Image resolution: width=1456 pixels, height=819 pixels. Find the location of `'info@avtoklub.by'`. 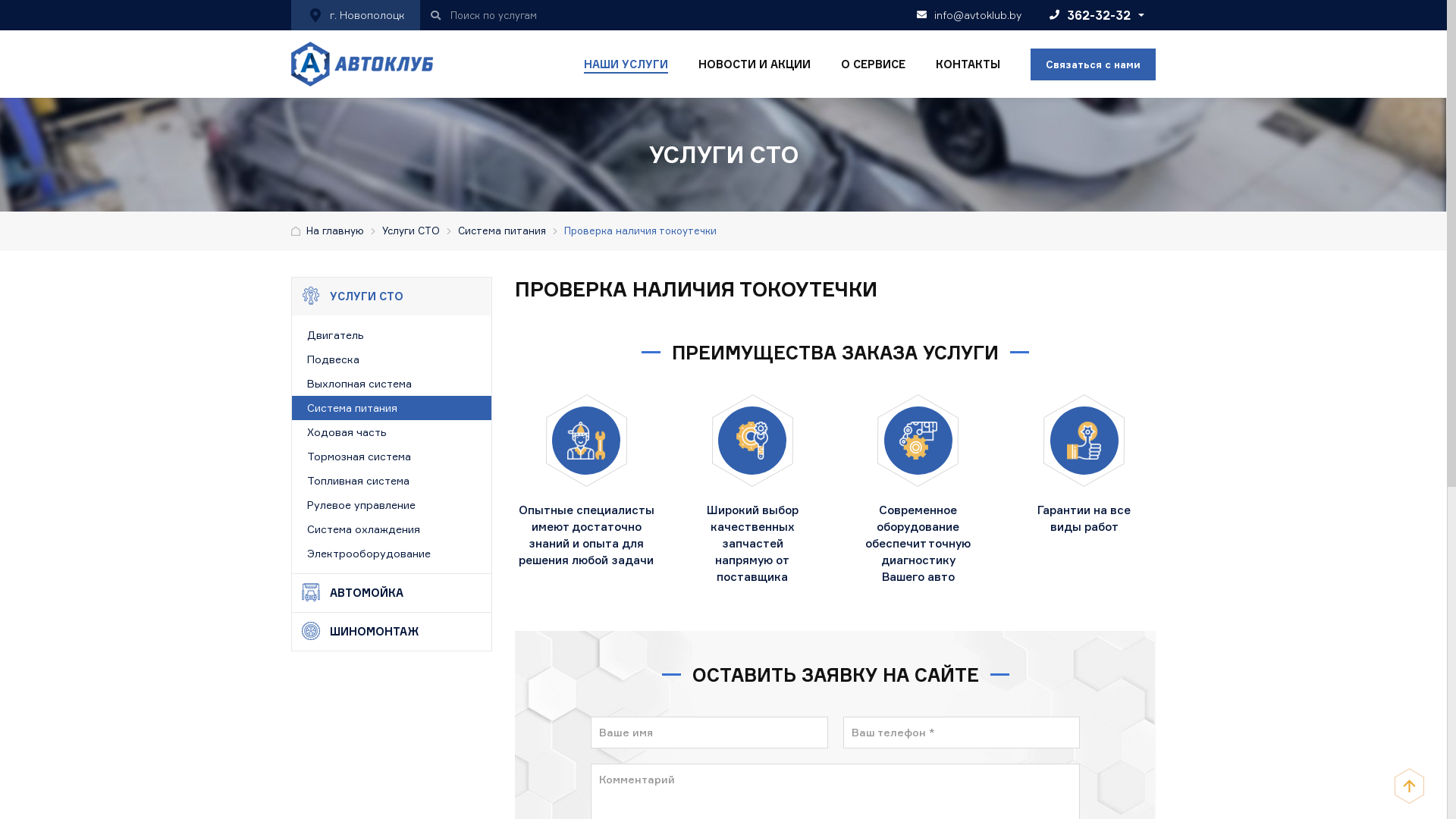

'info@avtoklub.by' is located at coordinates (965, 14).